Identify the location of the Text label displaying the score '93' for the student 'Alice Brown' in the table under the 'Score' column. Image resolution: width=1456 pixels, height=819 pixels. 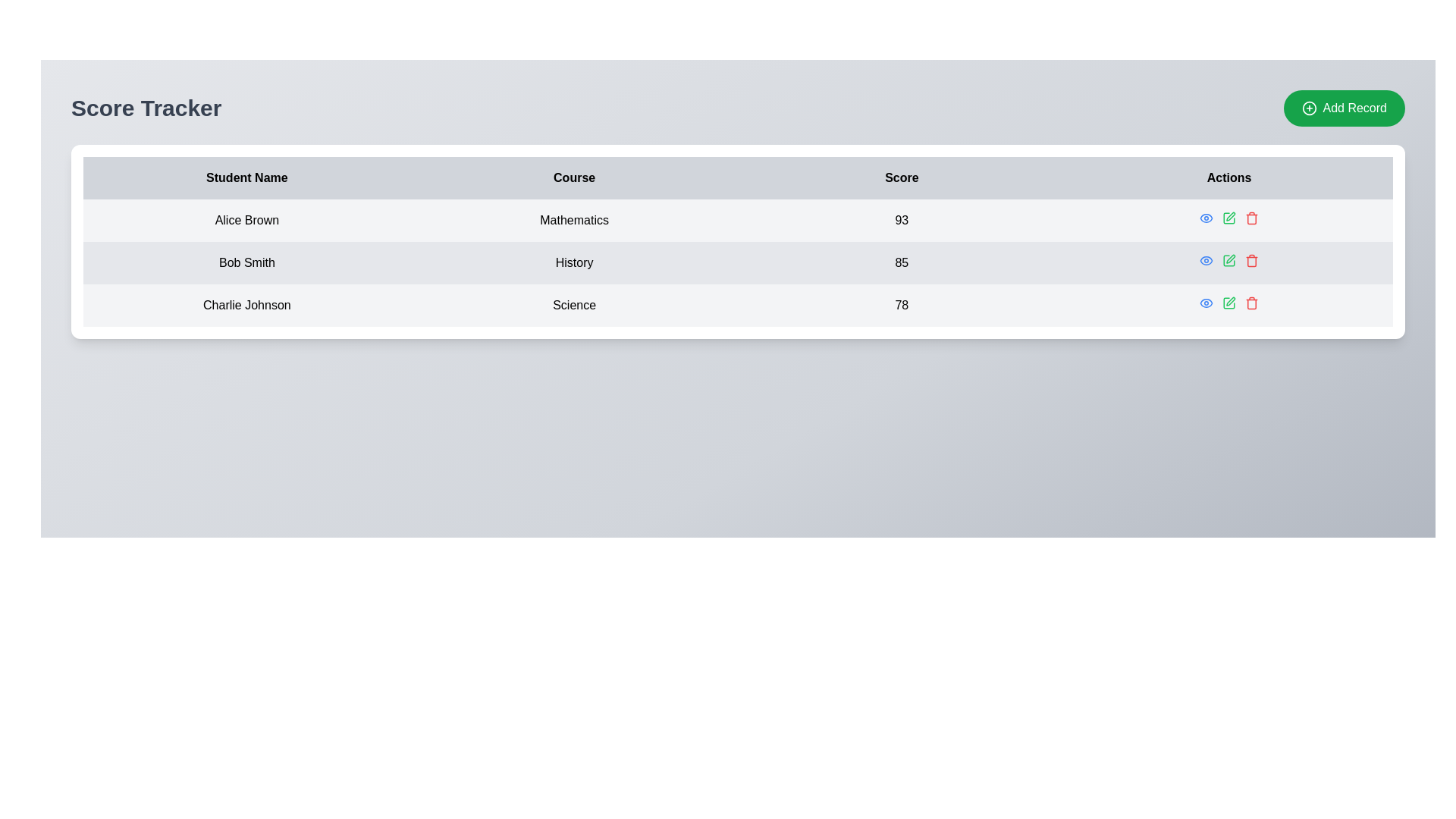
(902, 220).